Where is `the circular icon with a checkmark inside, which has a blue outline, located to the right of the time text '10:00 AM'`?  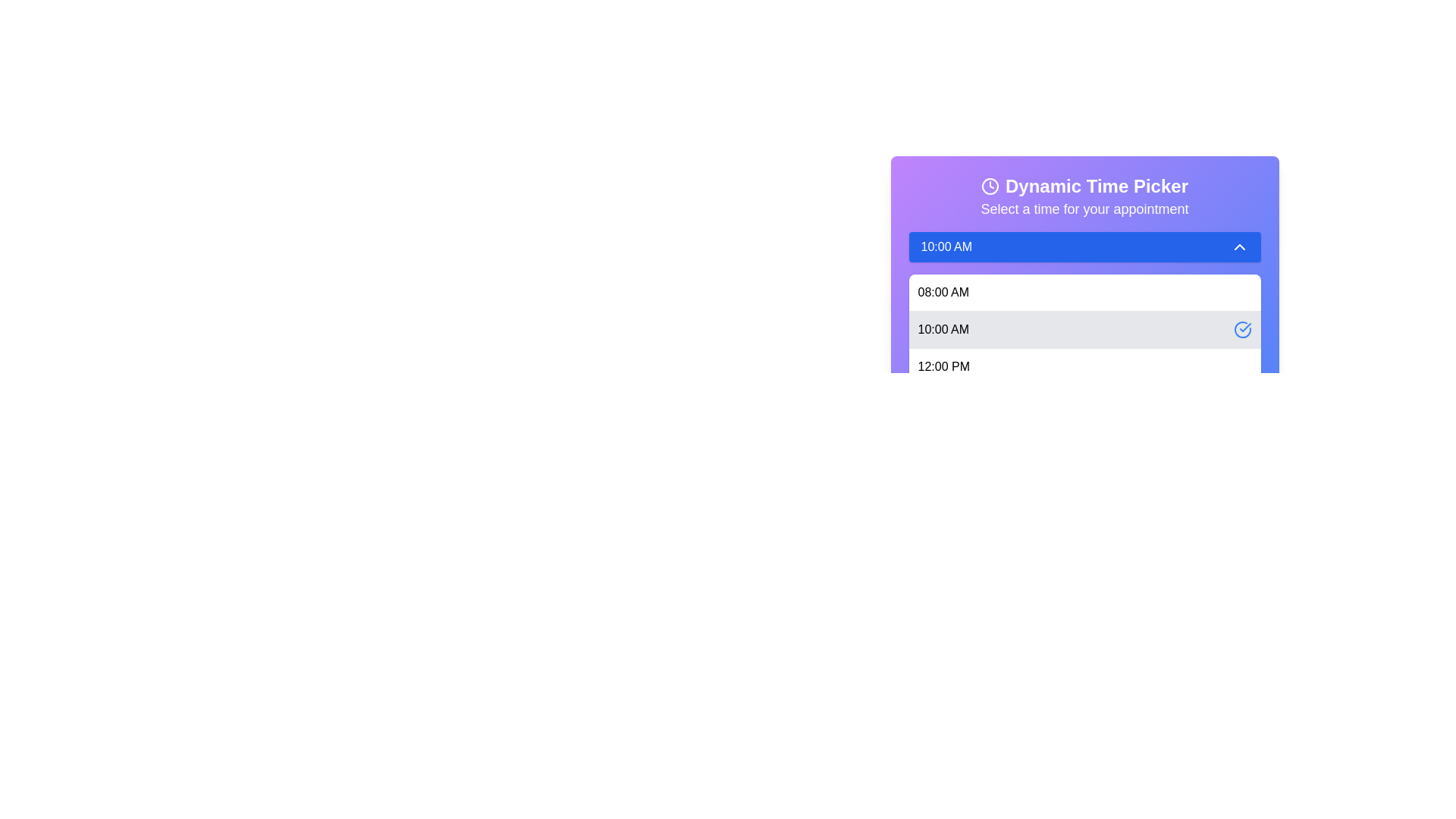 the circular icon with a checkmark inside, which has a blue outline, located to the right of the time text '10:00 AM' is located at coordinates (1242, 329).